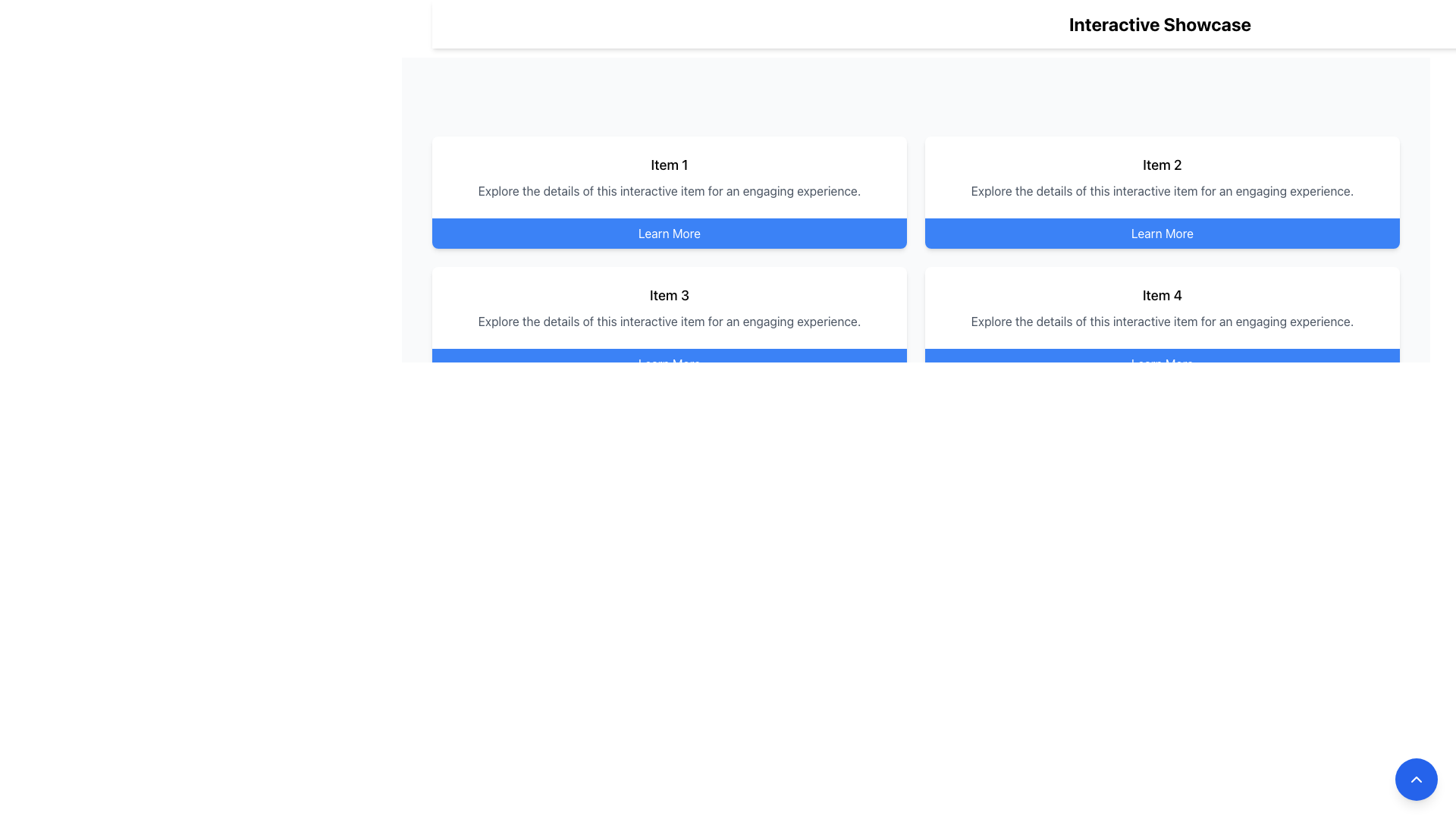  I want to click on information displayed on the Informational card located in the top right quadrant of the grid layout, which is the second card following 'Item 1', so click(1161, 177).